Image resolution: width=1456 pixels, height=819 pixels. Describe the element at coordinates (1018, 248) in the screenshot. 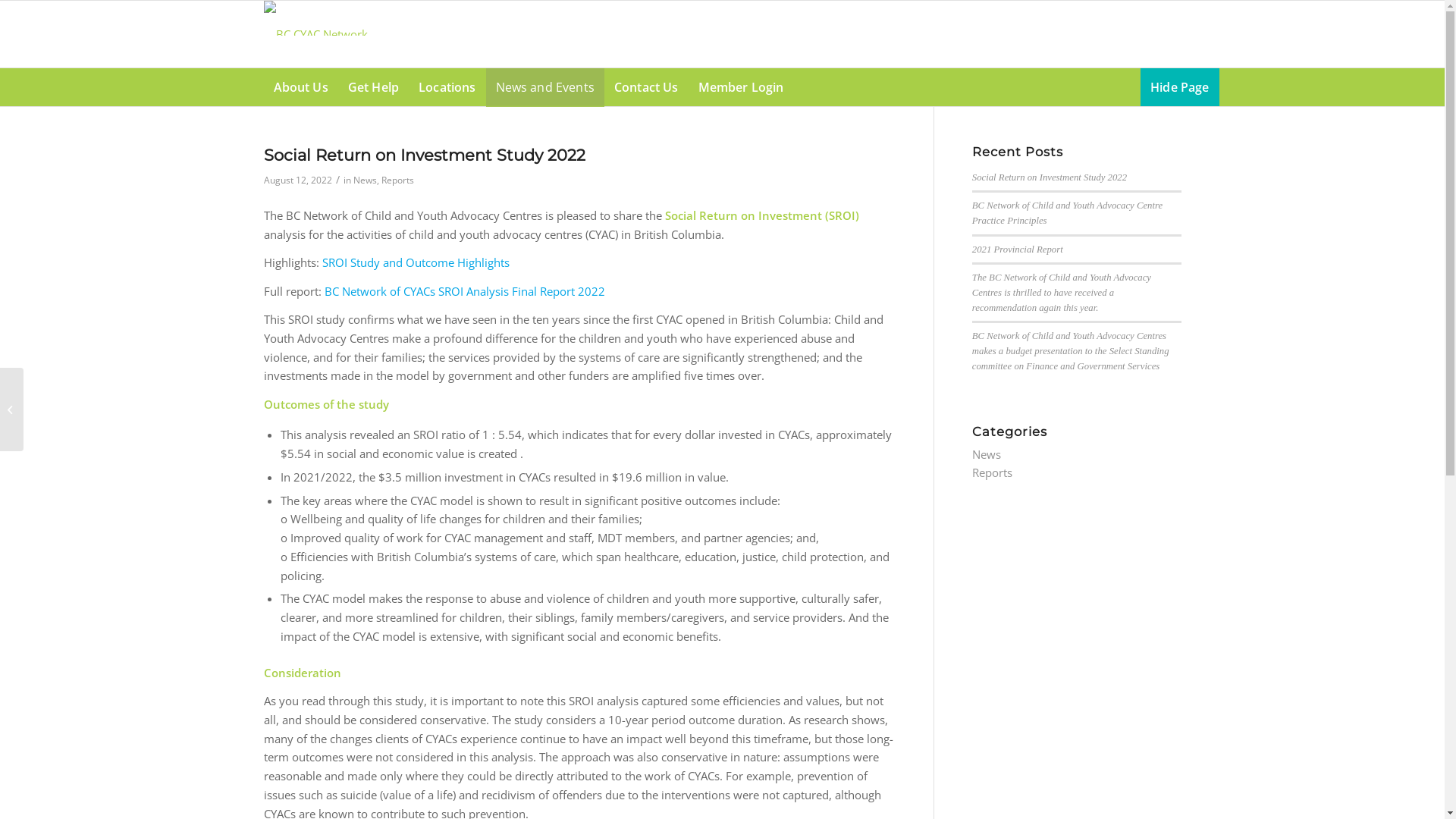

I see `'2021 Provincial Report'` at that location.